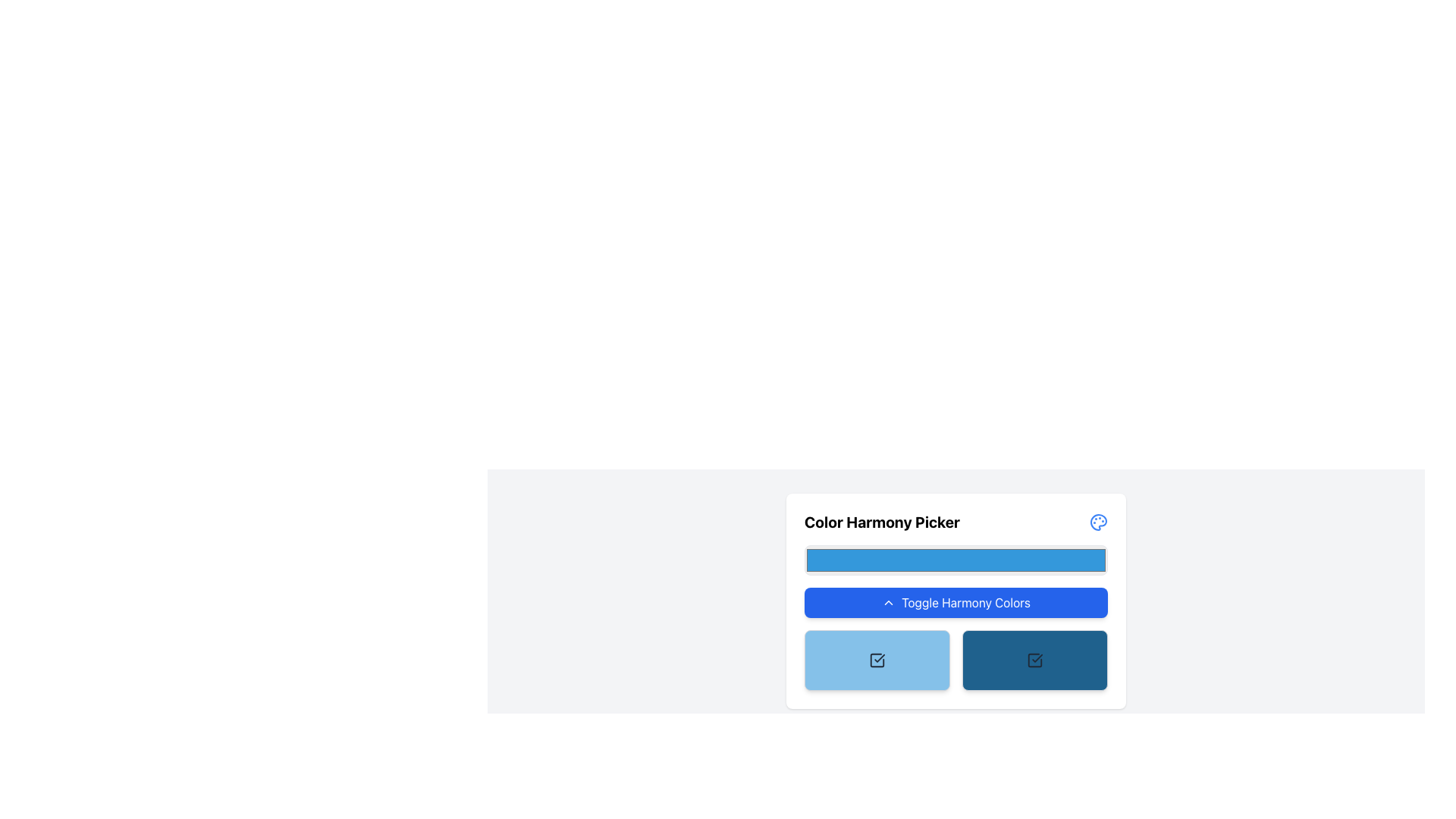  What do you see at coordinates (1099, 522) in the screenshot?
I see `the color/design-related feature icon located in the 'Color Harmony Picker' section, to the far right of its header` at bounding box center [1099, 522].